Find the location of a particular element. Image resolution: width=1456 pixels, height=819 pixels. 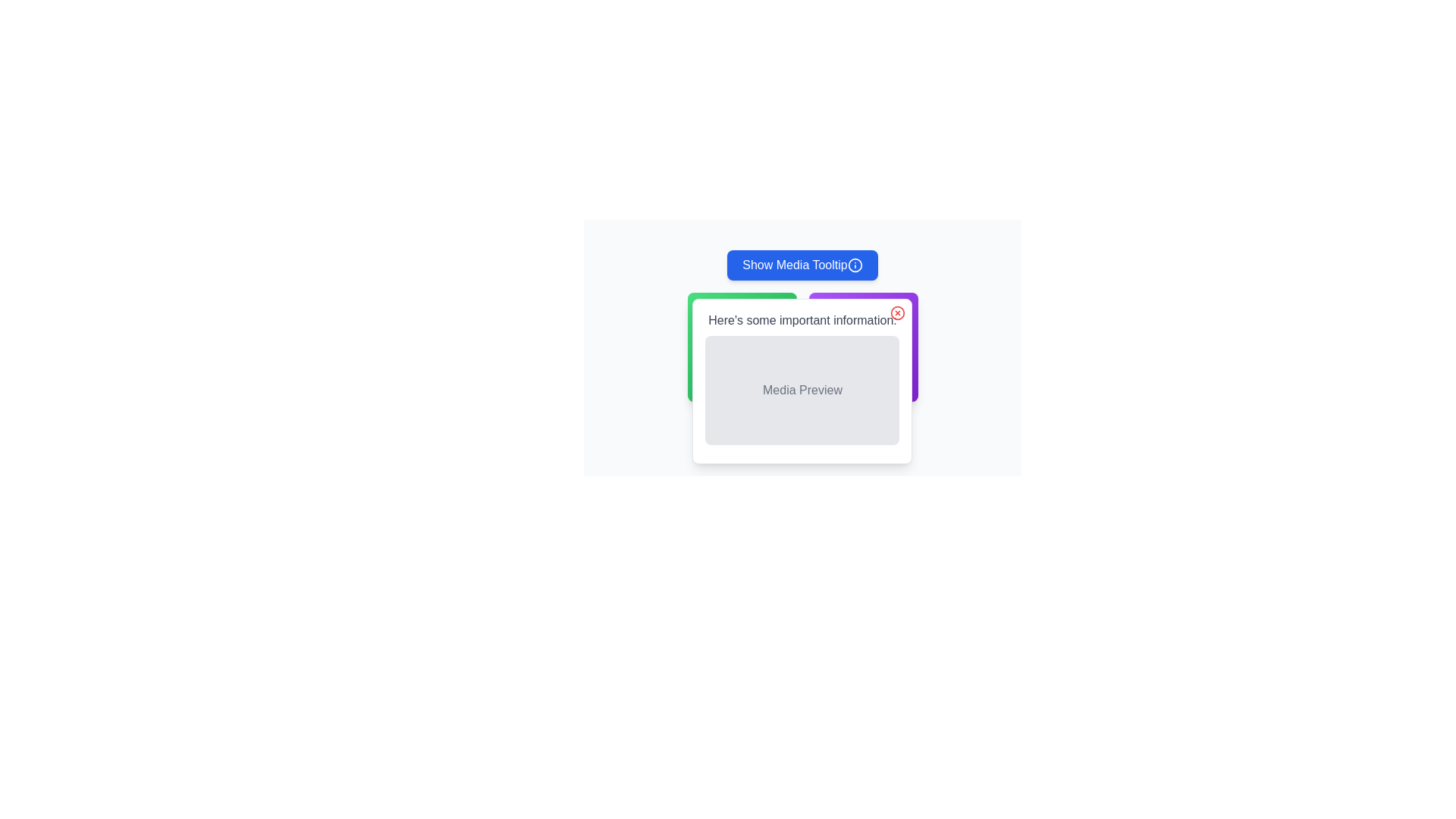

the close button located in the top-right corner of the modal is located at coordinates (898, 312).